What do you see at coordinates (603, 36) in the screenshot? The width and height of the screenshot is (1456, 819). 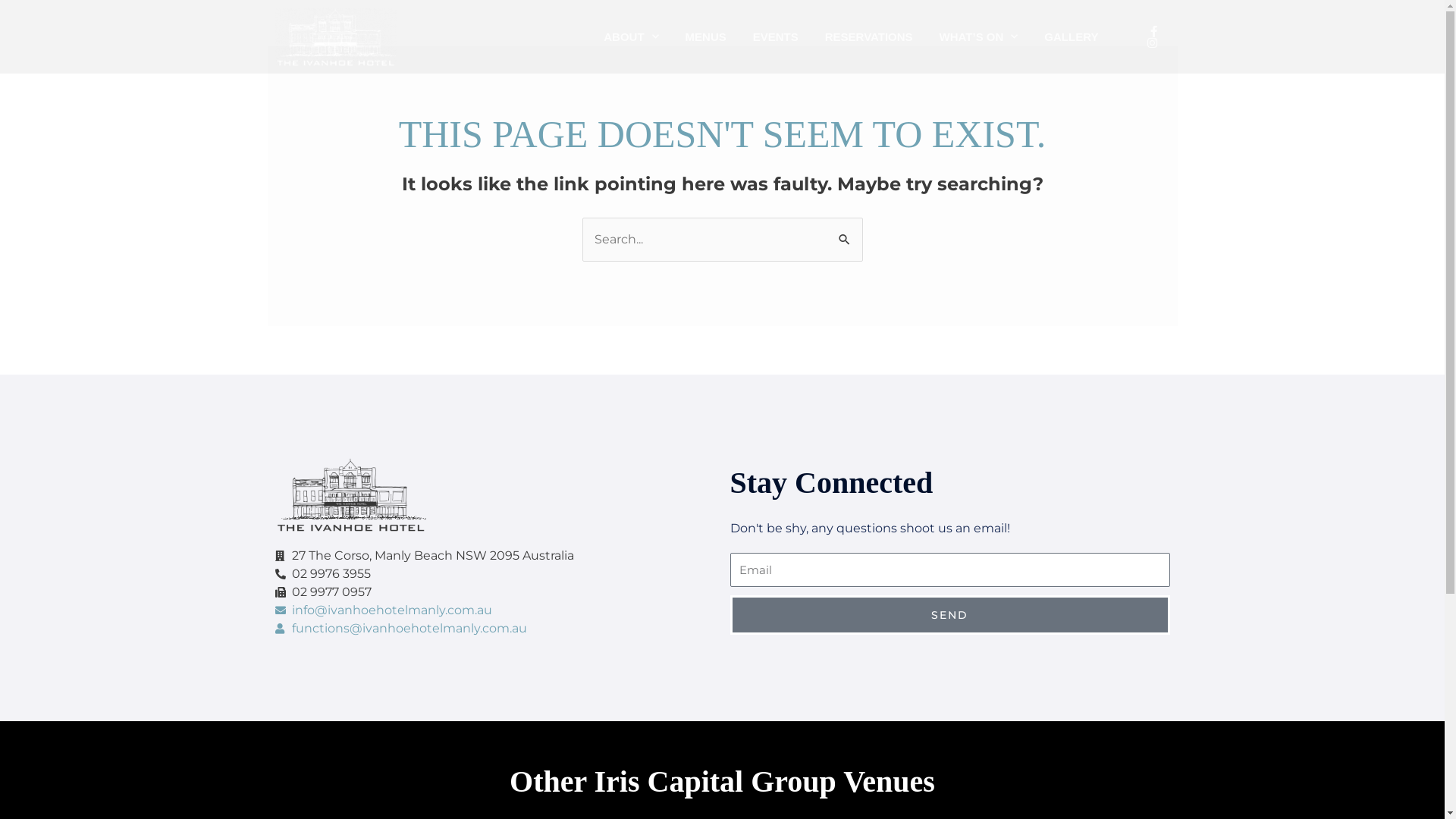 I see `'ABOUT'` at bounding box center [603, 36].